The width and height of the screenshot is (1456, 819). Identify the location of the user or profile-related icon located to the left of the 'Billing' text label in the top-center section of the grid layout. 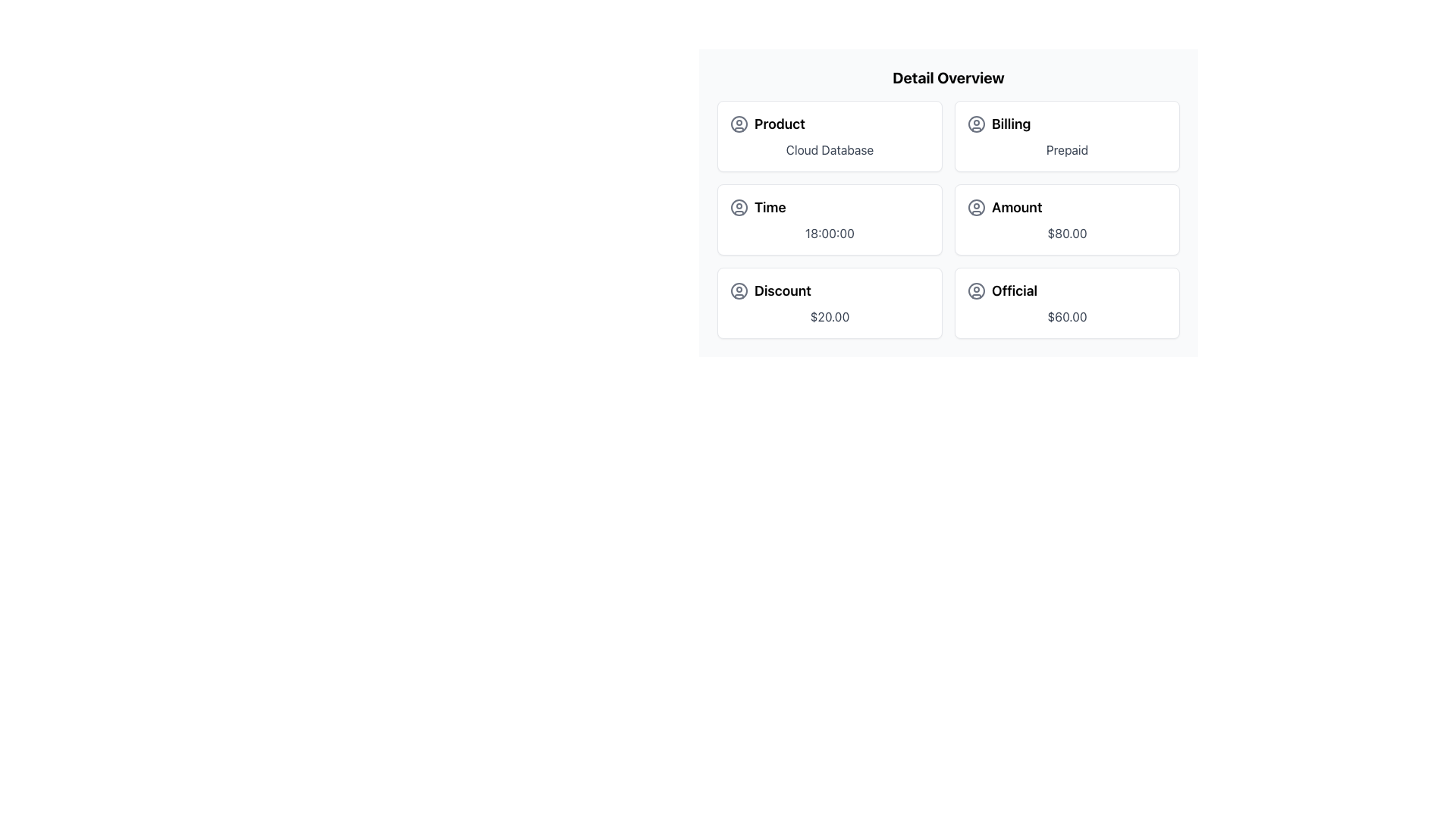
(976, 124).